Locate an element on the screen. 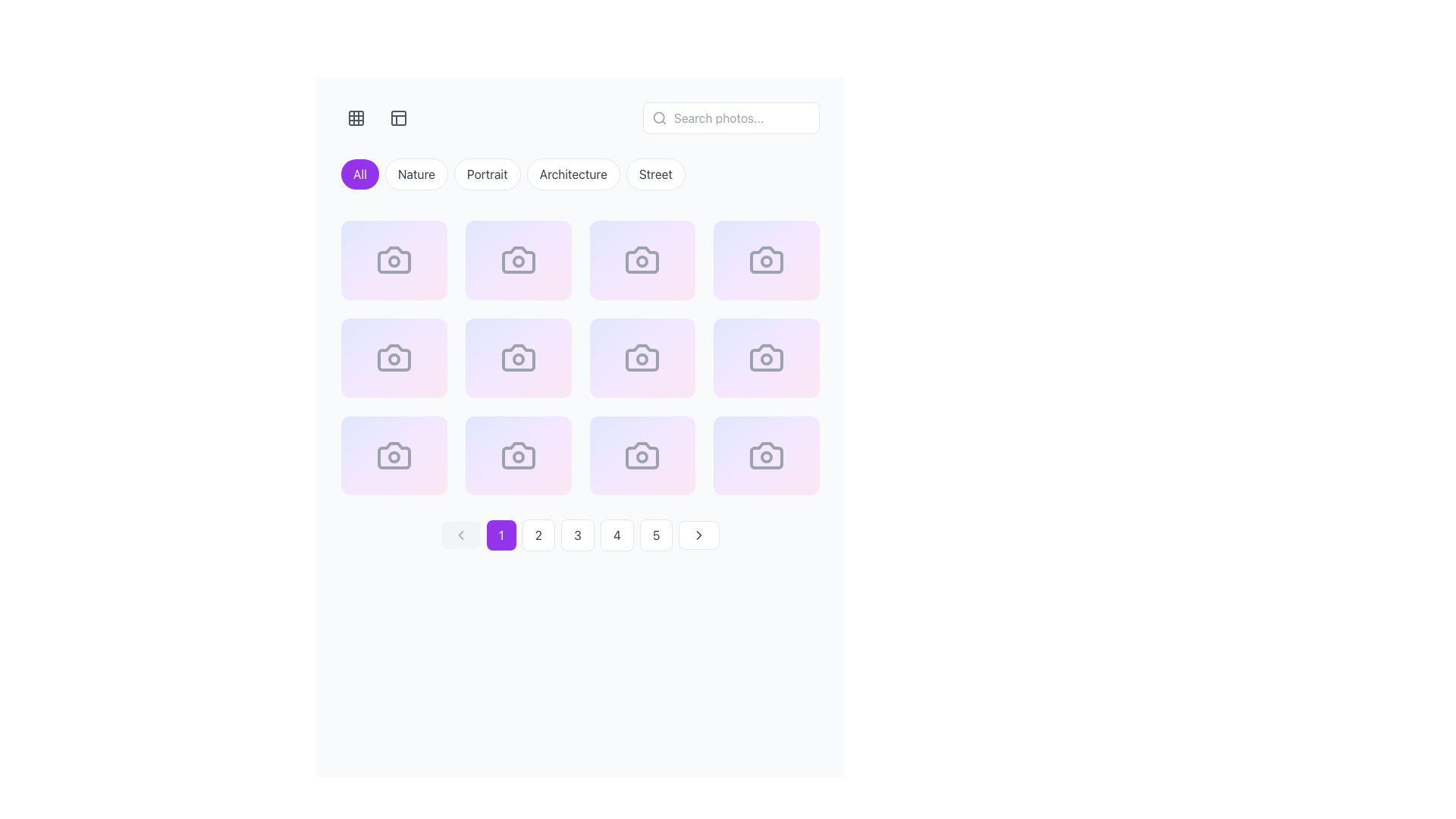 This screenshot has width=1456, height=819. the fourth button in the pagination control is located at coordinates (617, 535).